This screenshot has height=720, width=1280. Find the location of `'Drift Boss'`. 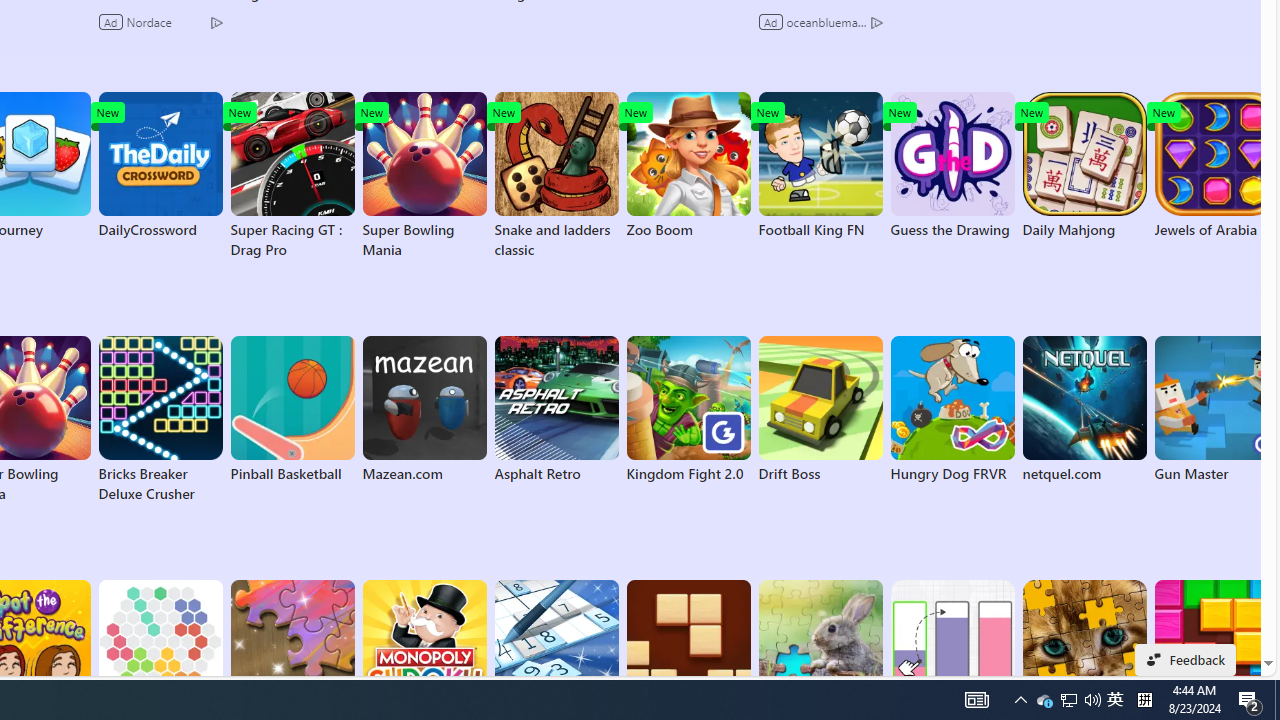

'Drift Boss' is located at coordinates (820, 409).